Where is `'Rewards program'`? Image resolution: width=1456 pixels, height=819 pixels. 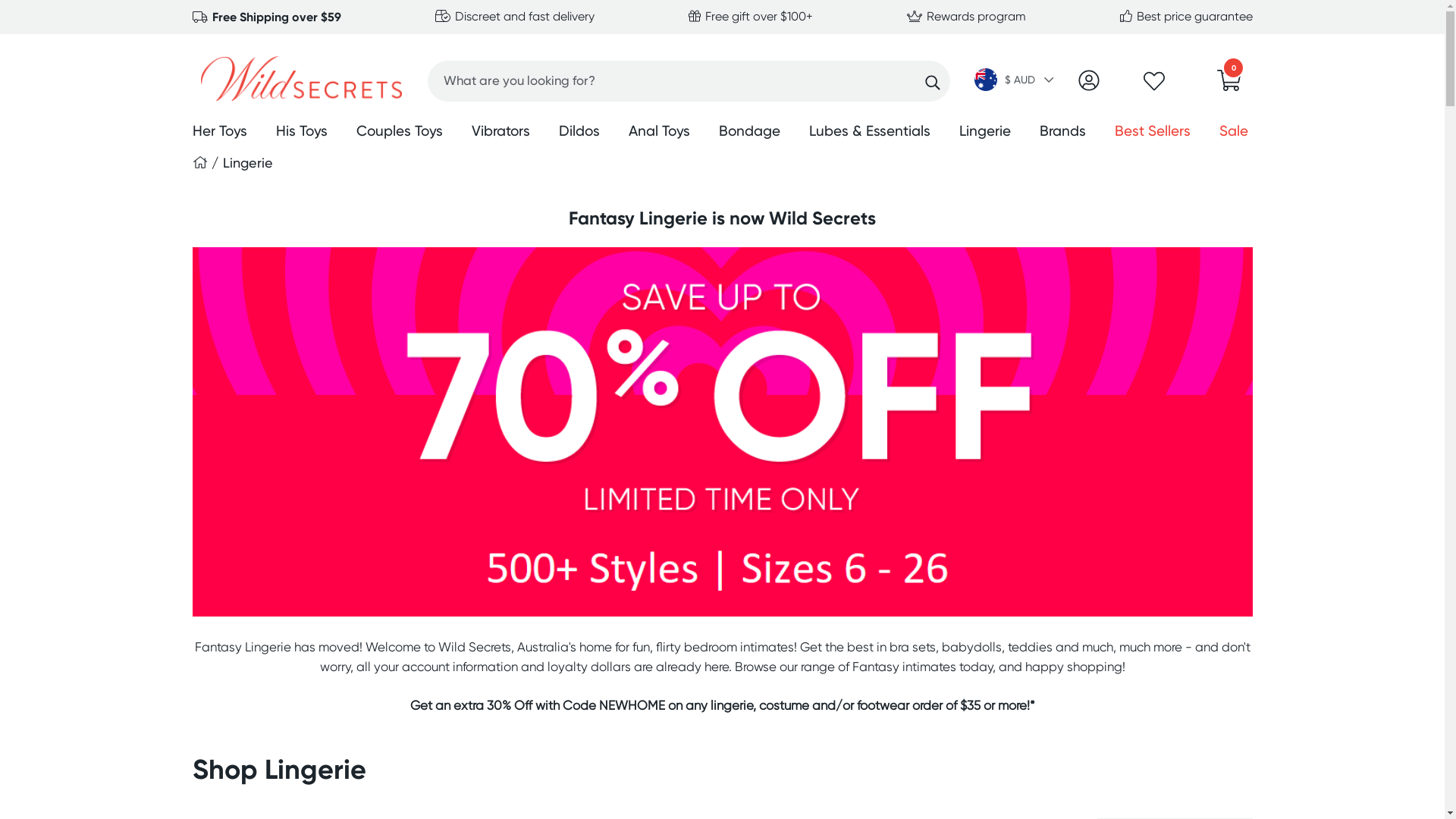 'Rewards program' is located at coordinates (906, 16).